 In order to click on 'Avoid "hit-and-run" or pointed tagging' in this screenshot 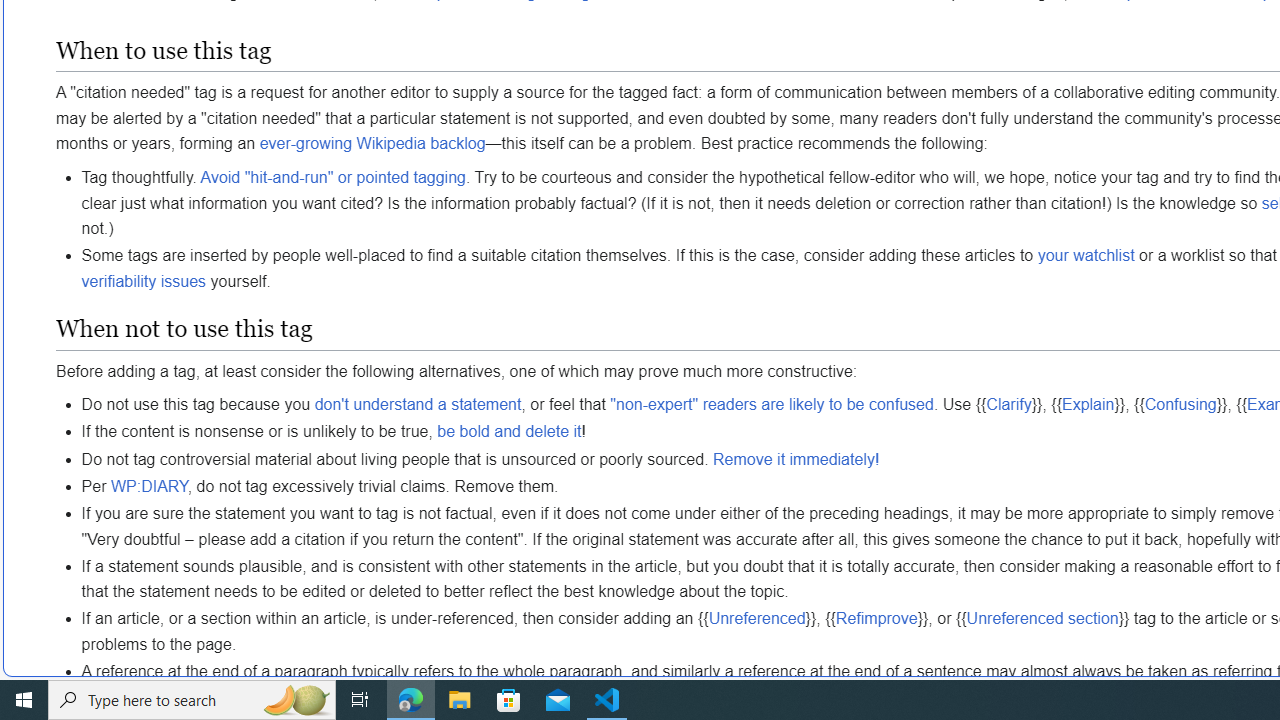, I will do `click(332, 175)`.